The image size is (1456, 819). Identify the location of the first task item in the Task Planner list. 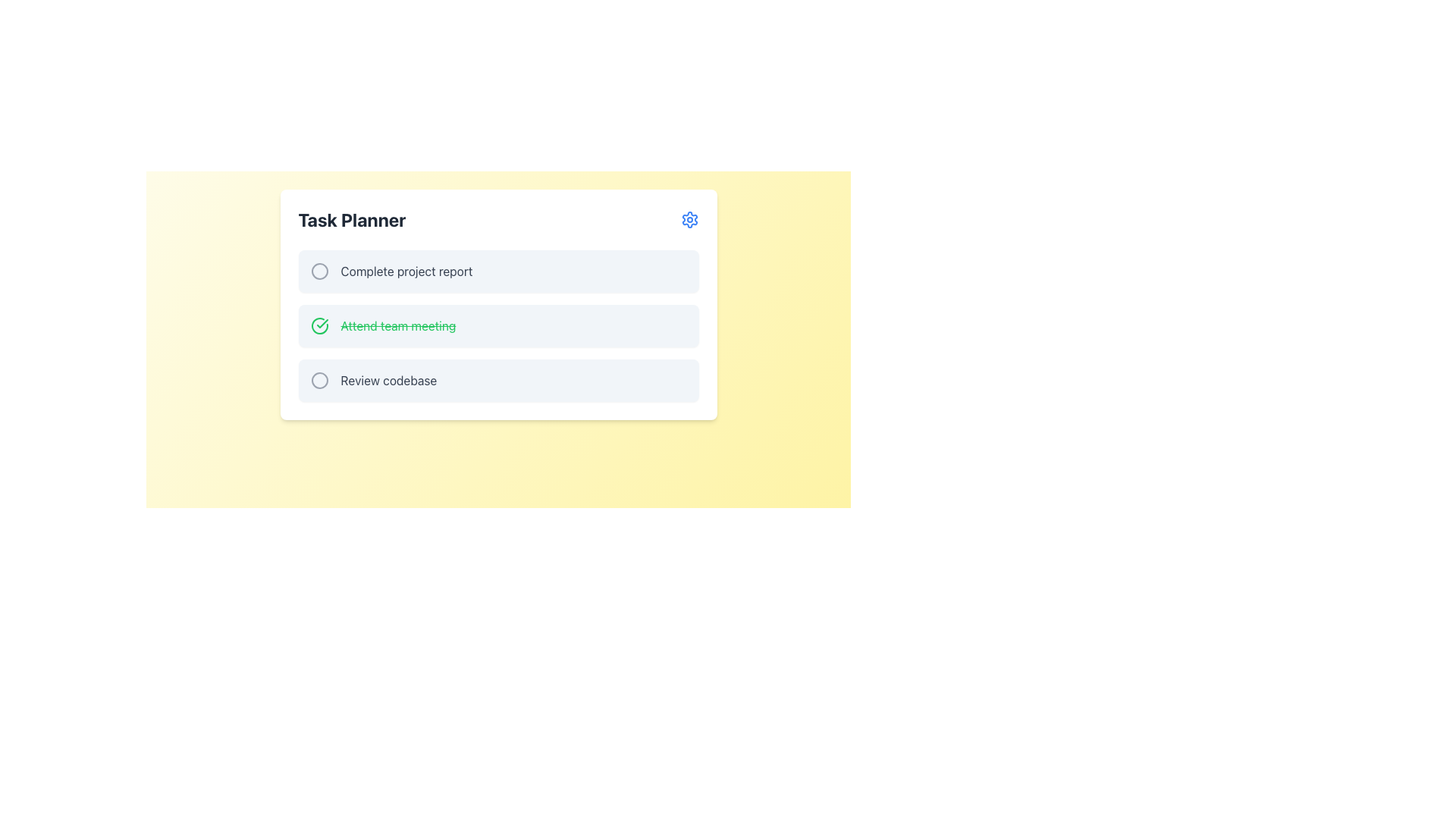
(498, 271).